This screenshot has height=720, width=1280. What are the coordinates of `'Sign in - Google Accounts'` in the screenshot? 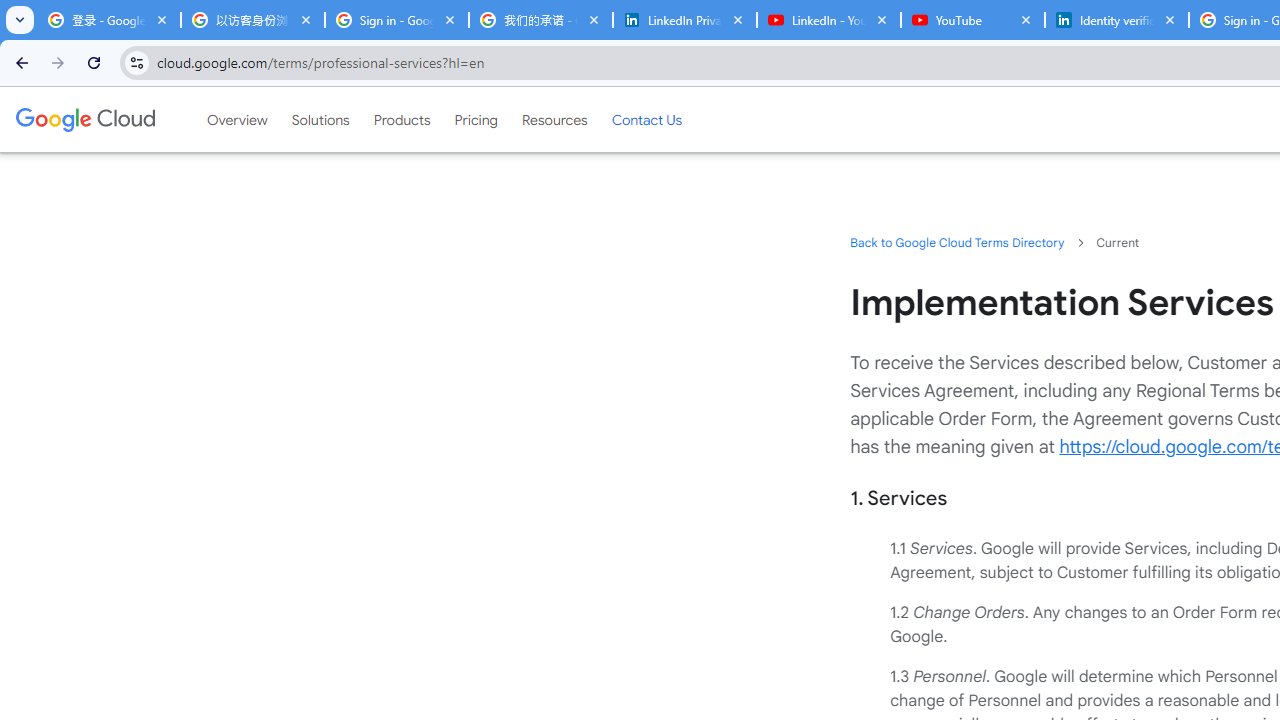 It's located at (396, 20).